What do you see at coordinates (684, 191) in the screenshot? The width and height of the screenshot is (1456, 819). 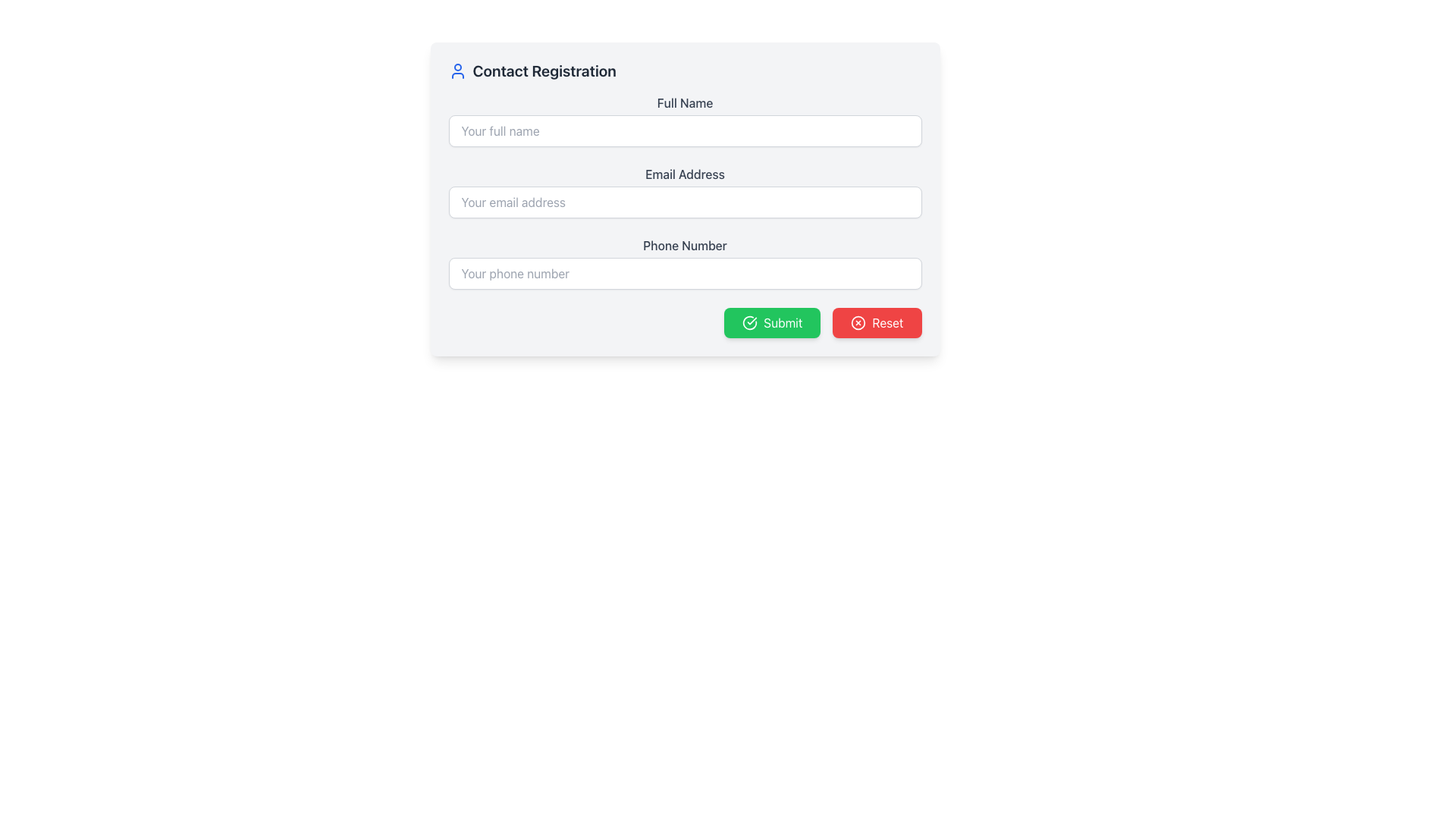 I see `the email input field labeled 'Email Address' to focus on it` at bounding box center [684, 191].